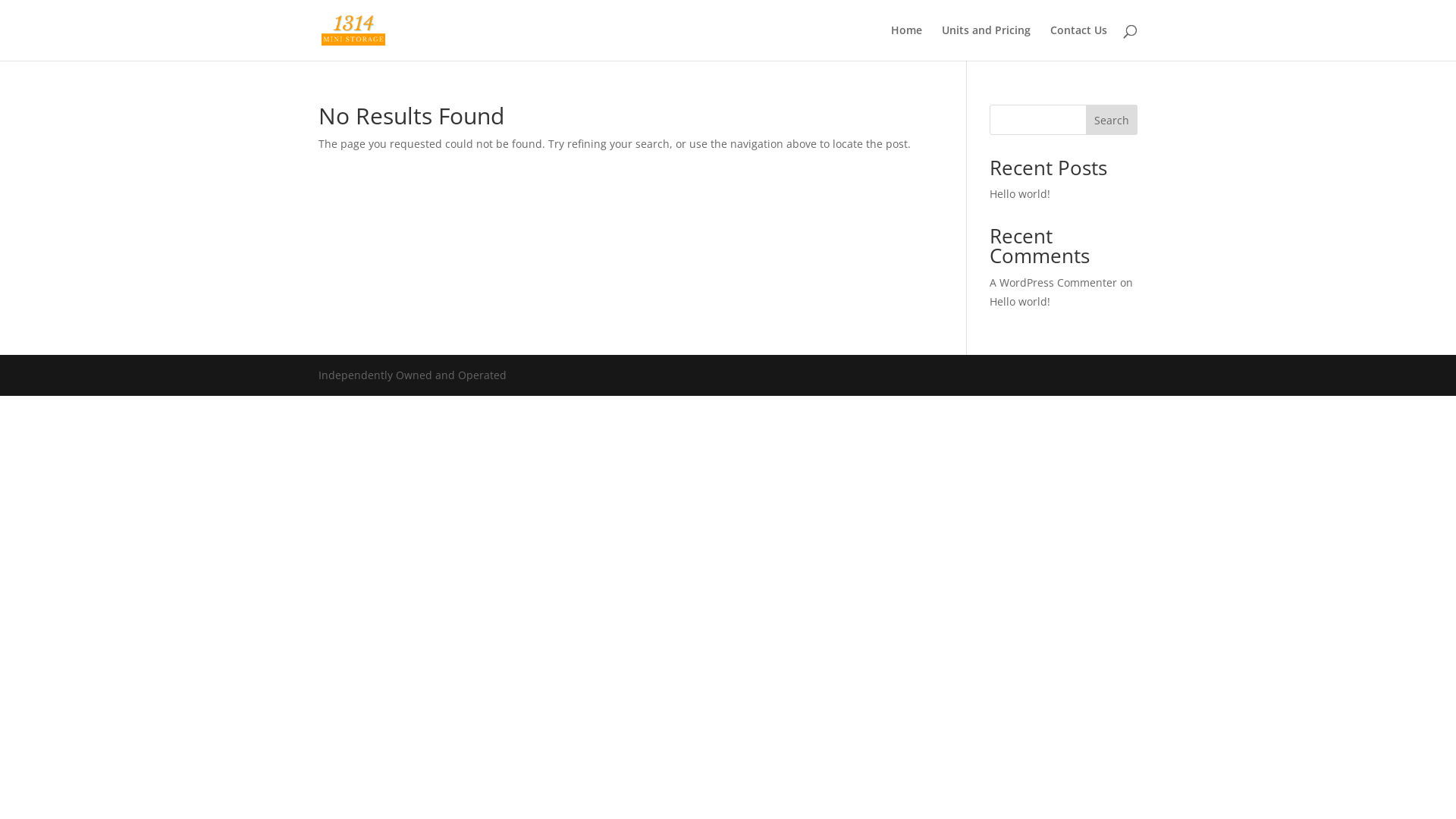  I want to click on 'Search', so click(1084, 119).